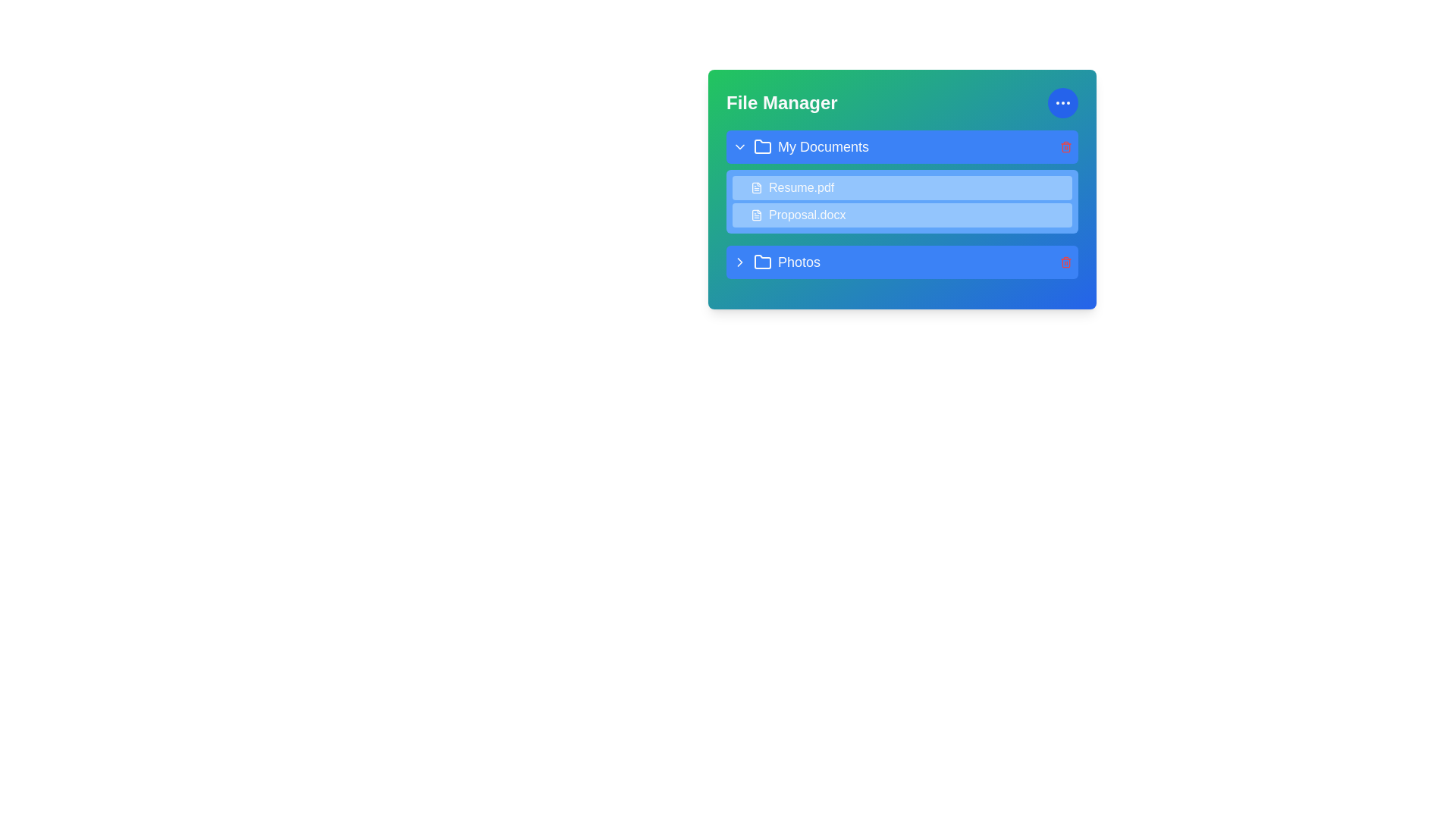 This screenshot has height=819, width=1456. Describe the element at coordinates (757, 187) in the screenshot. I see `the document icon located to the left of the 'Resume.pdf' text label` at that location.